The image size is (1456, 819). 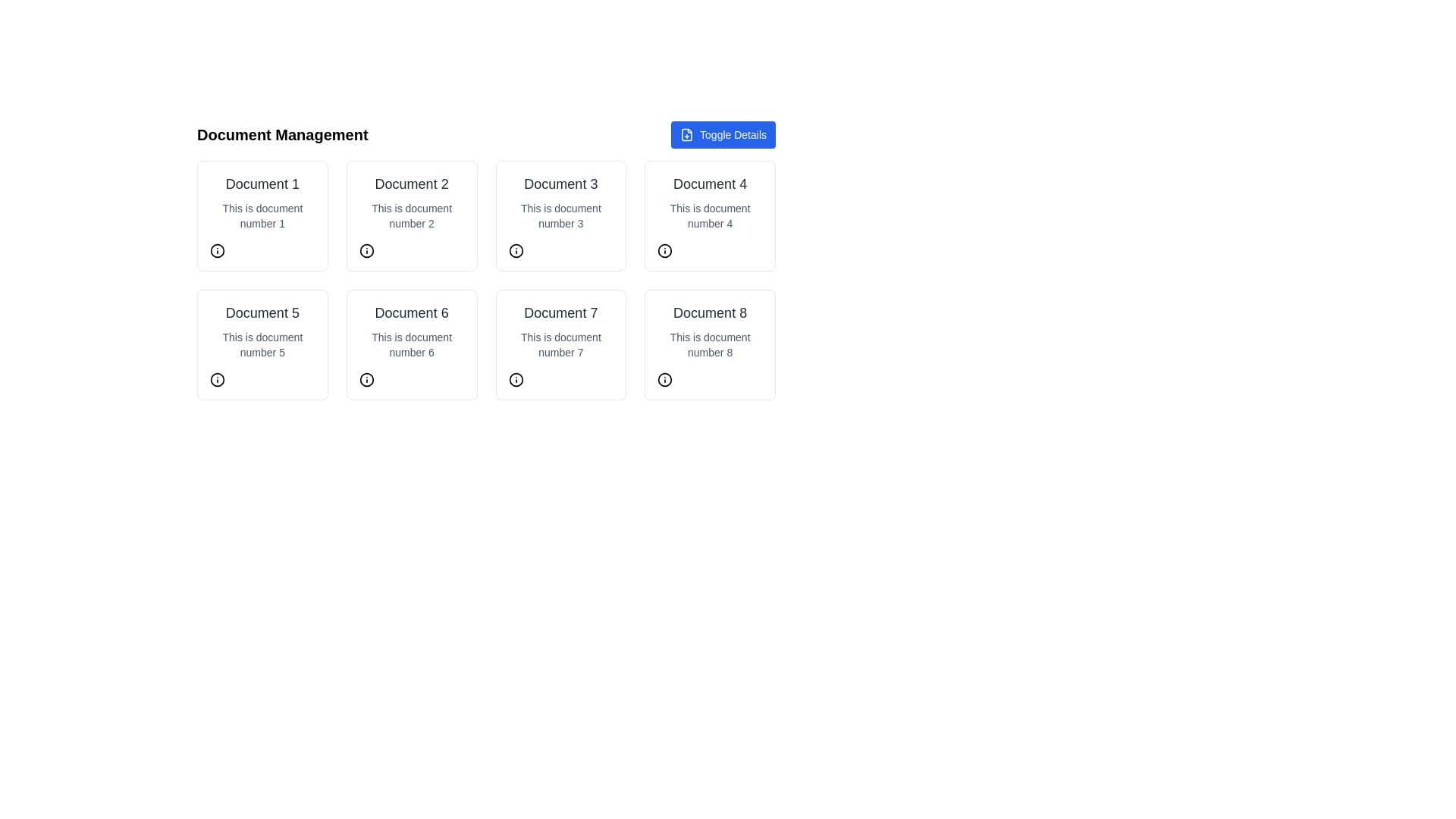 What do you see at coordinates (262, 216) in the screenshot?
I see `descriptive text located in the card associated with 'Document 1', positioned below the title 'Document 1' and above the info icon` at bounding box center [262, 216].